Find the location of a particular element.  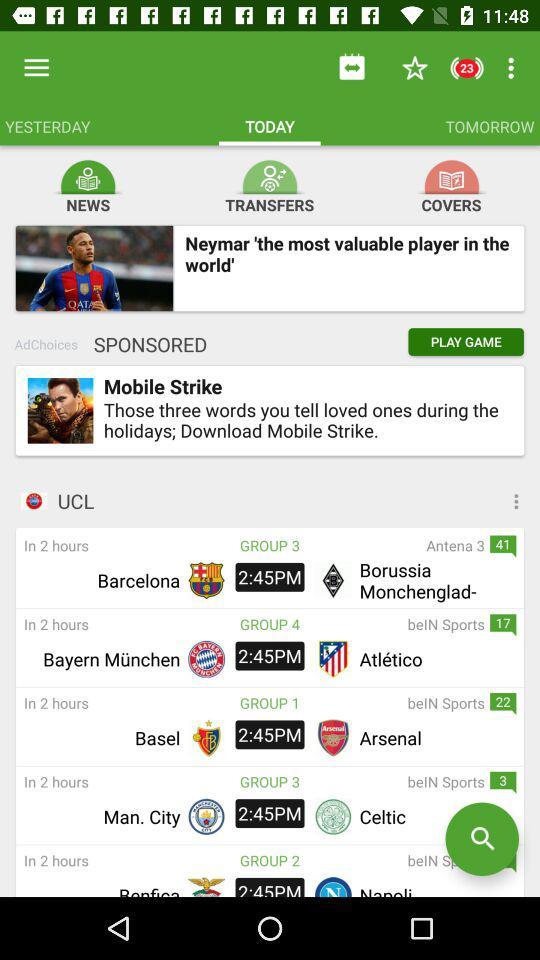

the search icon is located at coordinates (481, 839).